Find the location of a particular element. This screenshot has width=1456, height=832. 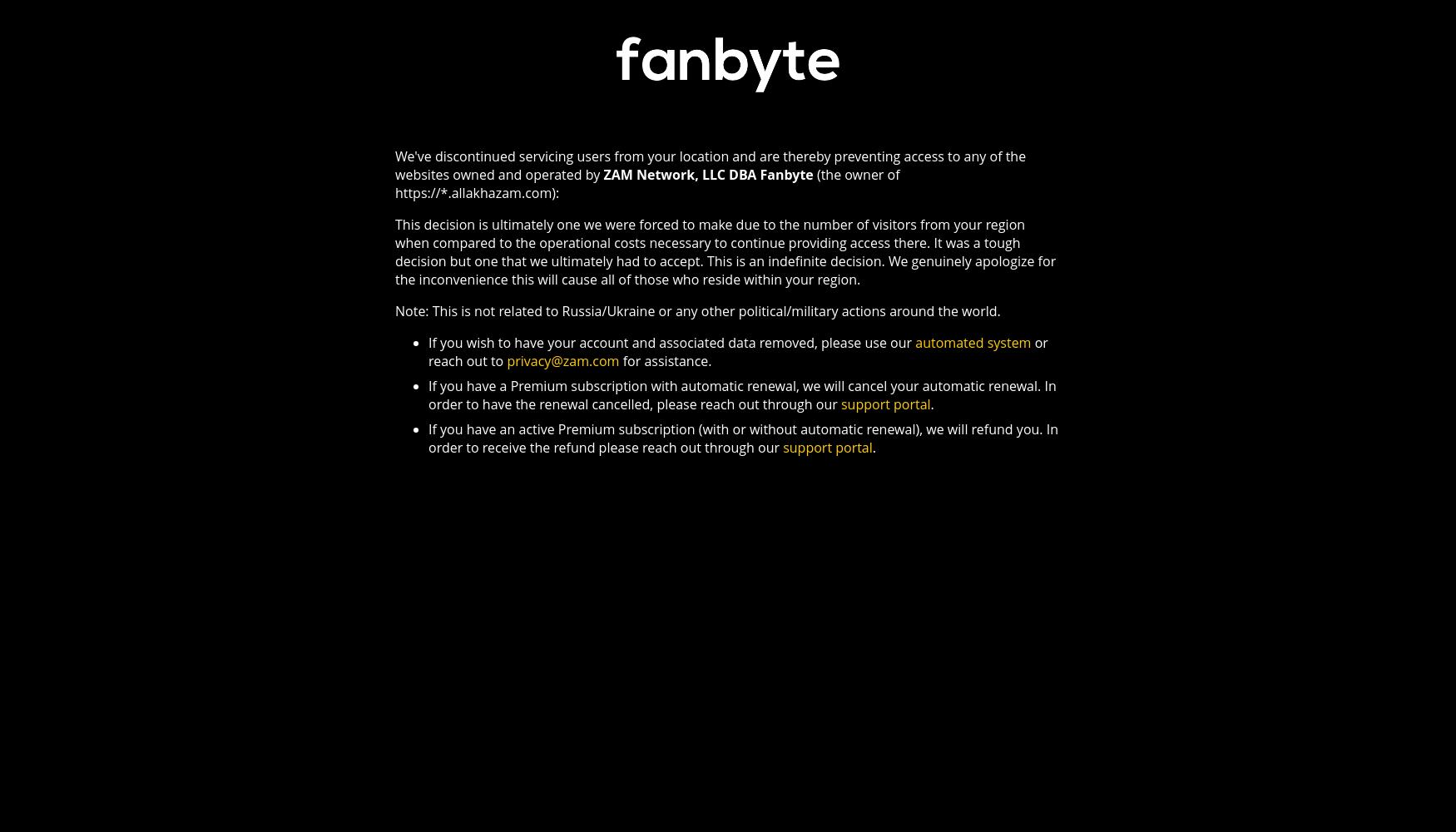

'Note: This is not related to Russia/Ukraine or any other political/military actions around the world.' is located at coordinates (394, 310).